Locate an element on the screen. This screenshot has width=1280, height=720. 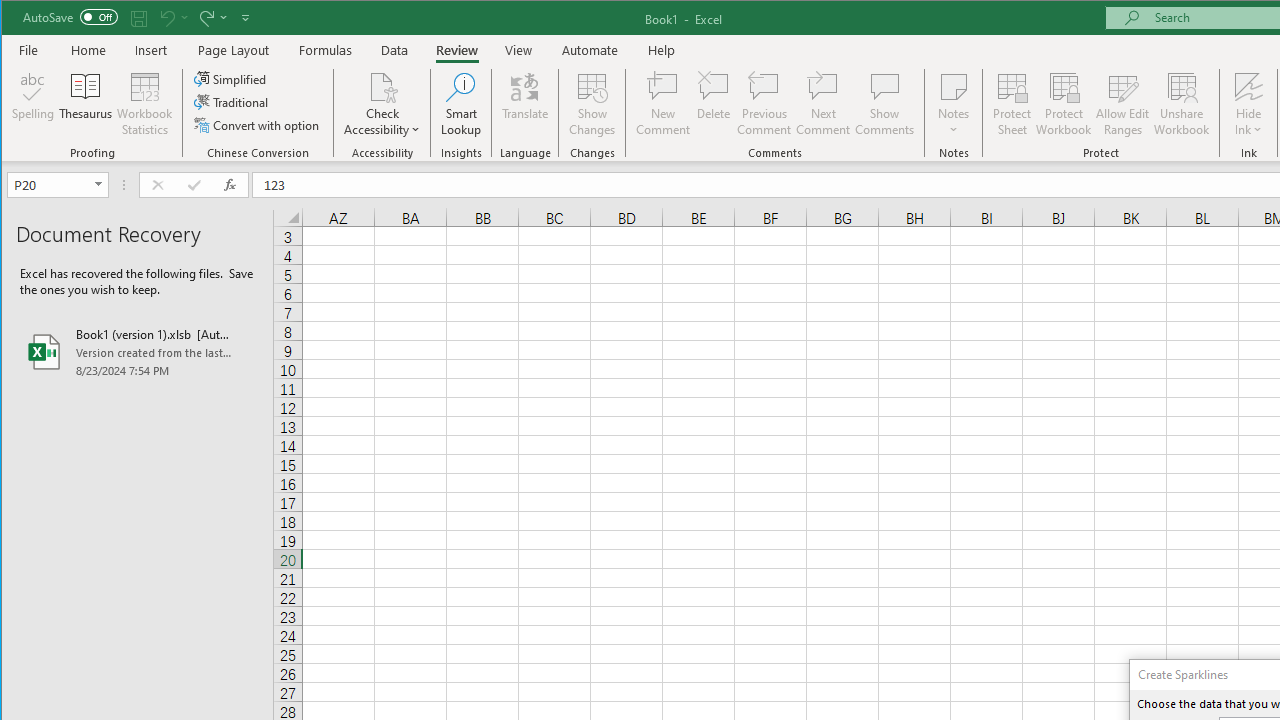
'AutoSave' is located at coordinates (70, 17).